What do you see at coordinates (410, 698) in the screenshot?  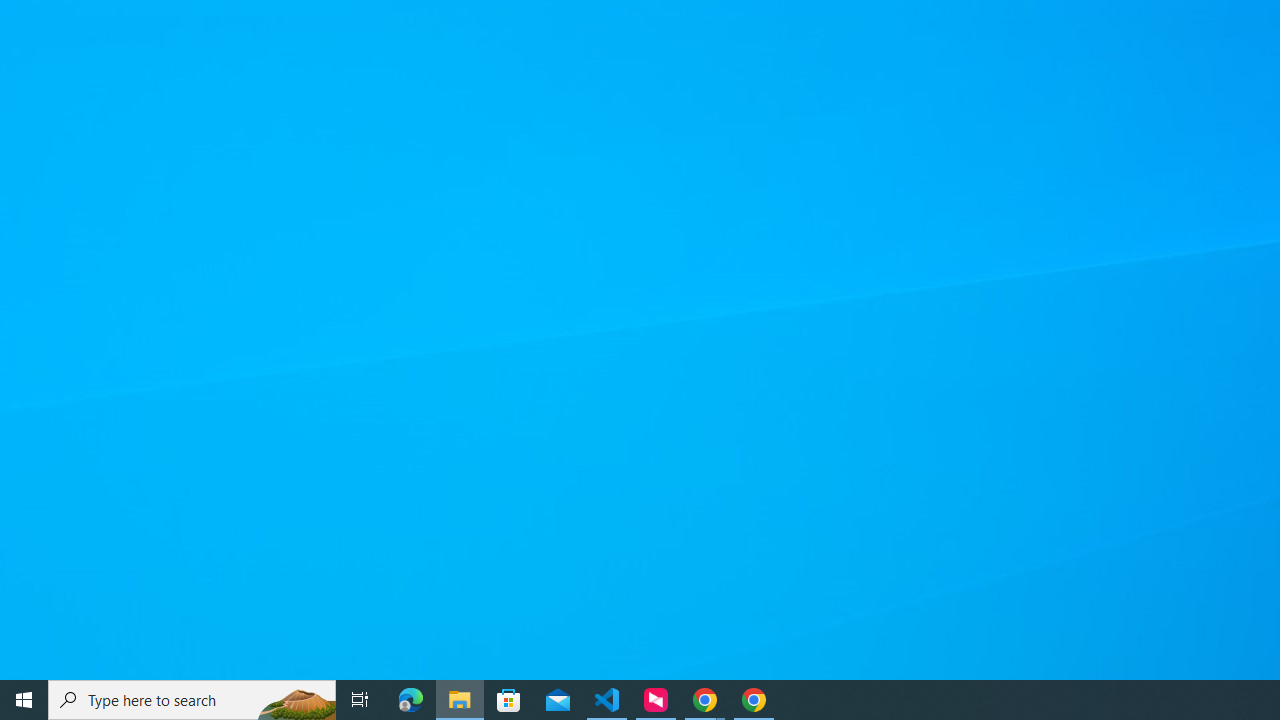 I see `'Microsoft Edge'` at bounding box center [410, 698].